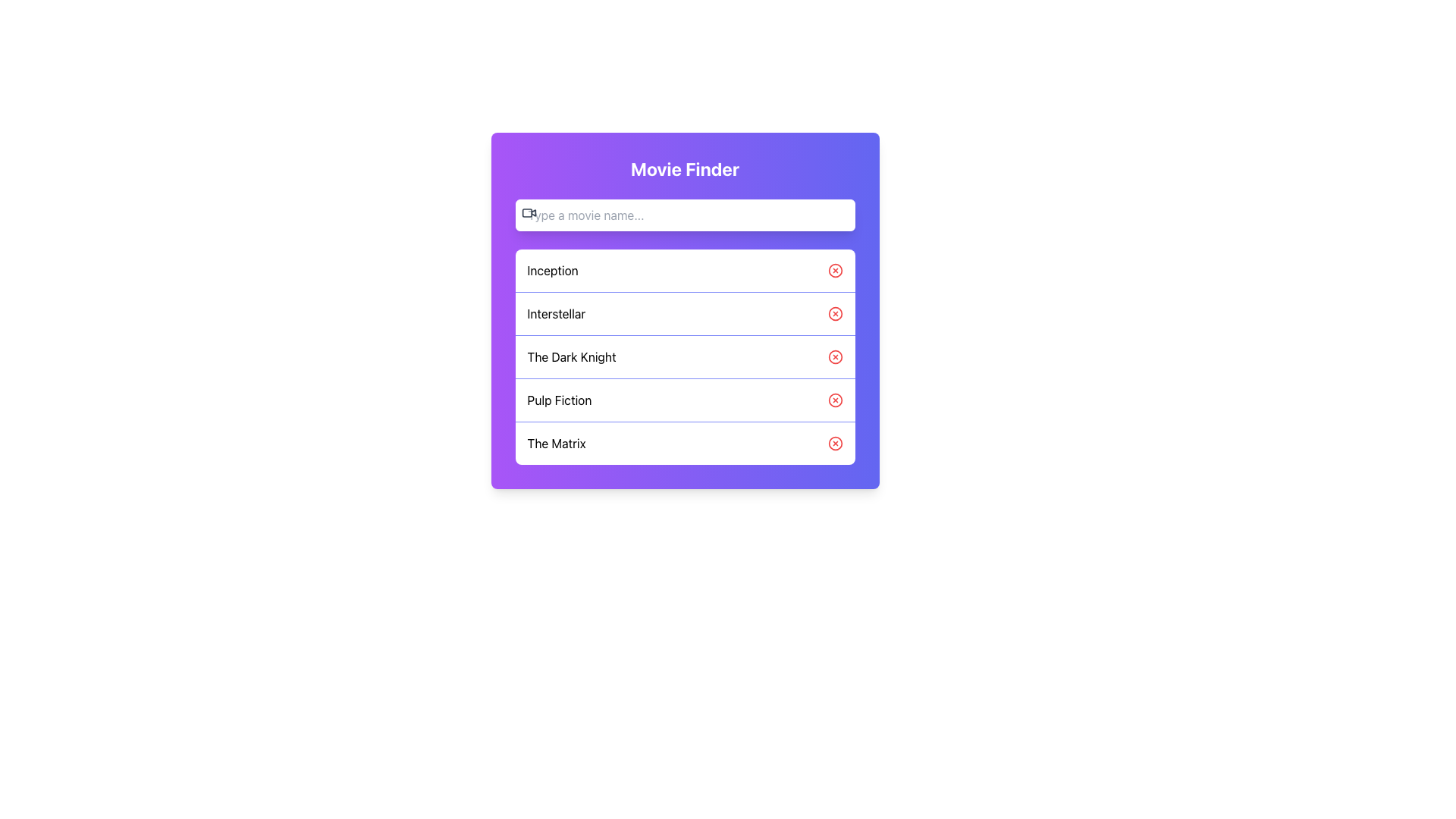 The image size is (1456, 819). What do you see at coordinates (834, 356) in the screenshot?
I see `the circular icon component that symbolizes the removal or close operation for 'The Dark Knight'` at bounding box center [834, 356].